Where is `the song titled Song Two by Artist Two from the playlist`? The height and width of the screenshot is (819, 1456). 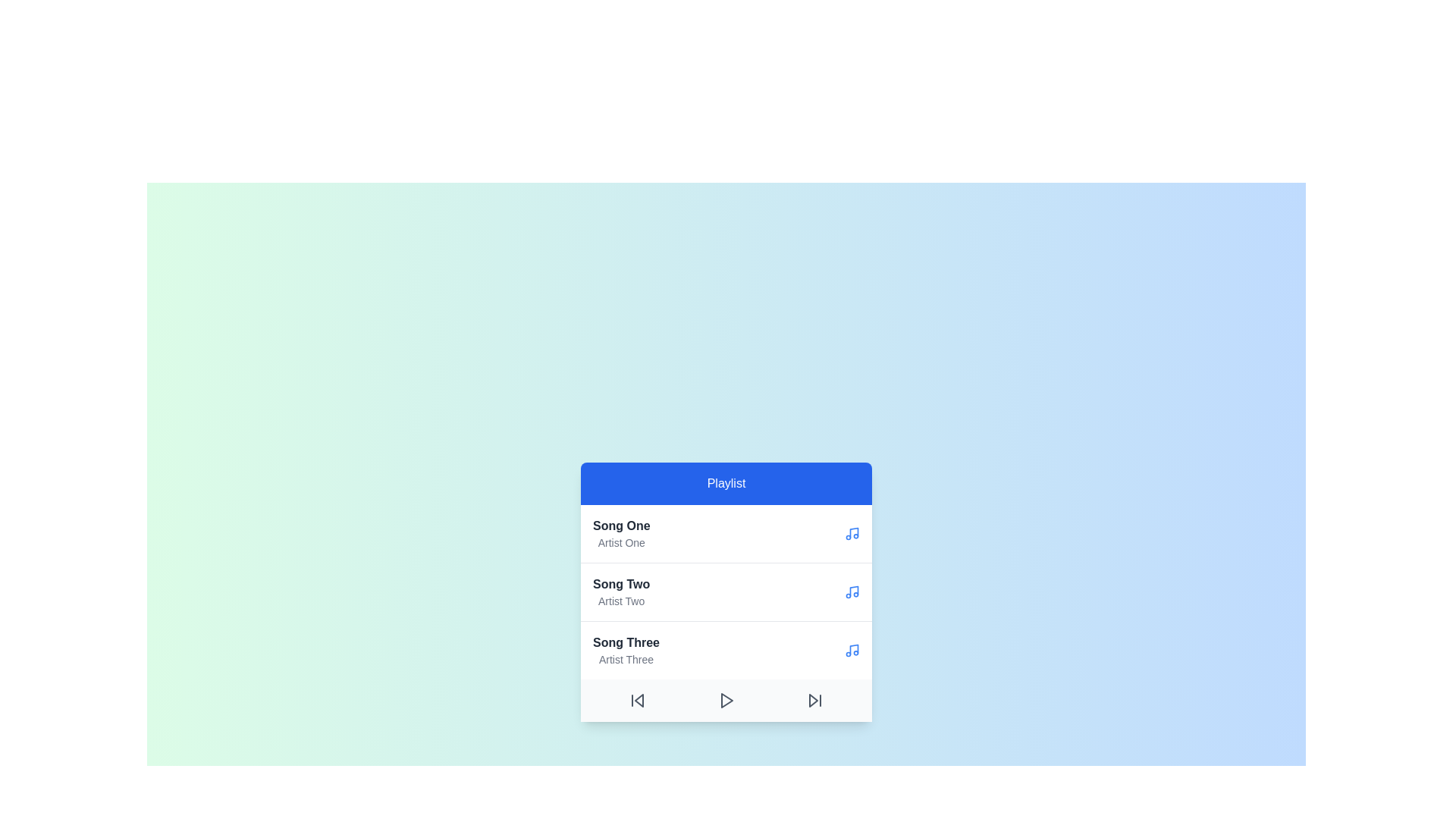 the song titled Song Two by Artist Two from the playlist is located at coordinates (621, 591).